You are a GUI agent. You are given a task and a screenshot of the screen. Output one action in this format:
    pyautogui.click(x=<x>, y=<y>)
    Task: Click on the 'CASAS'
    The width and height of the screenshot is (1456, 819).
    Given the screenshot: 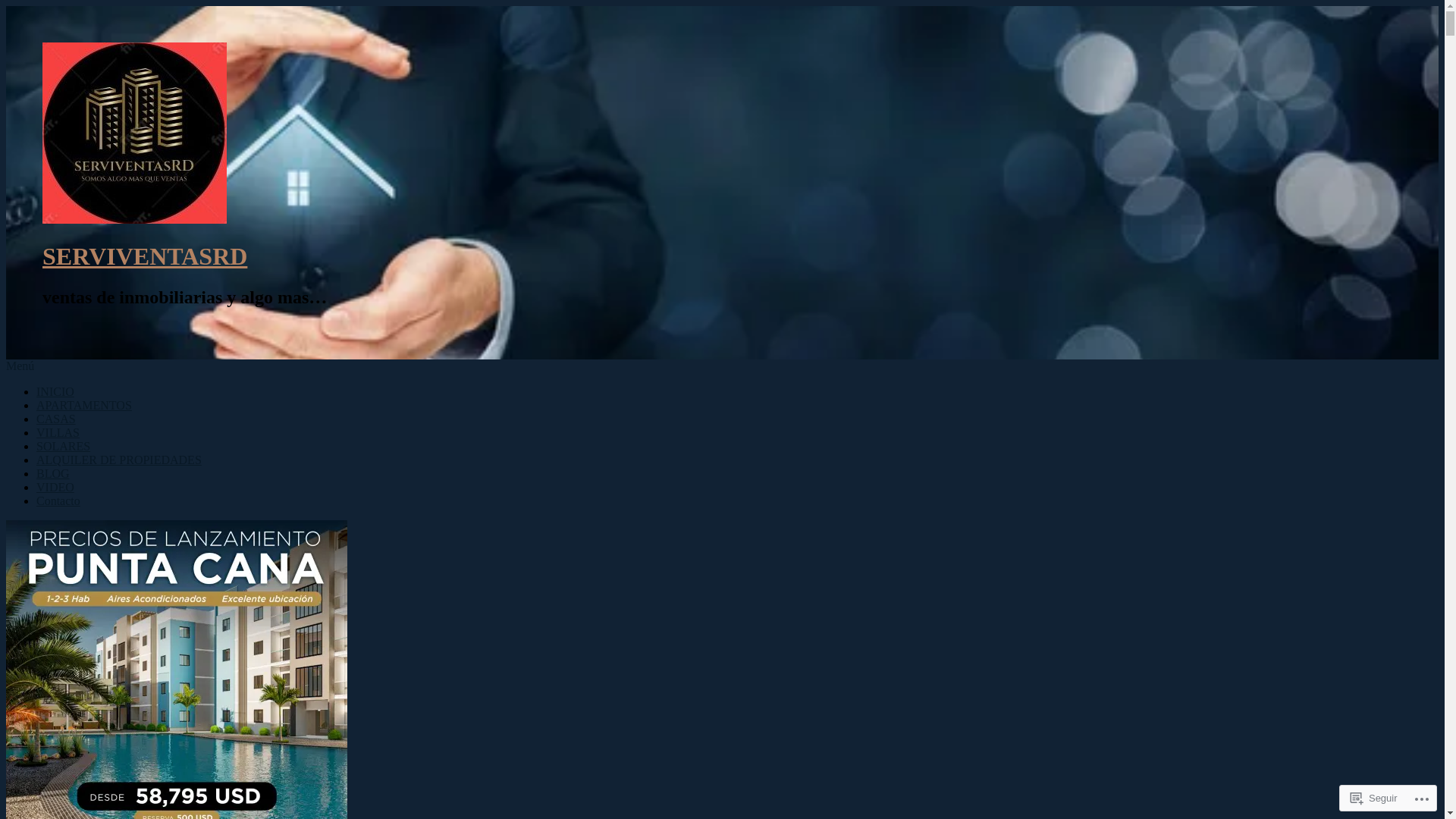 What is the action you would take?
    pyautogui.click(x=36, y=419)
    